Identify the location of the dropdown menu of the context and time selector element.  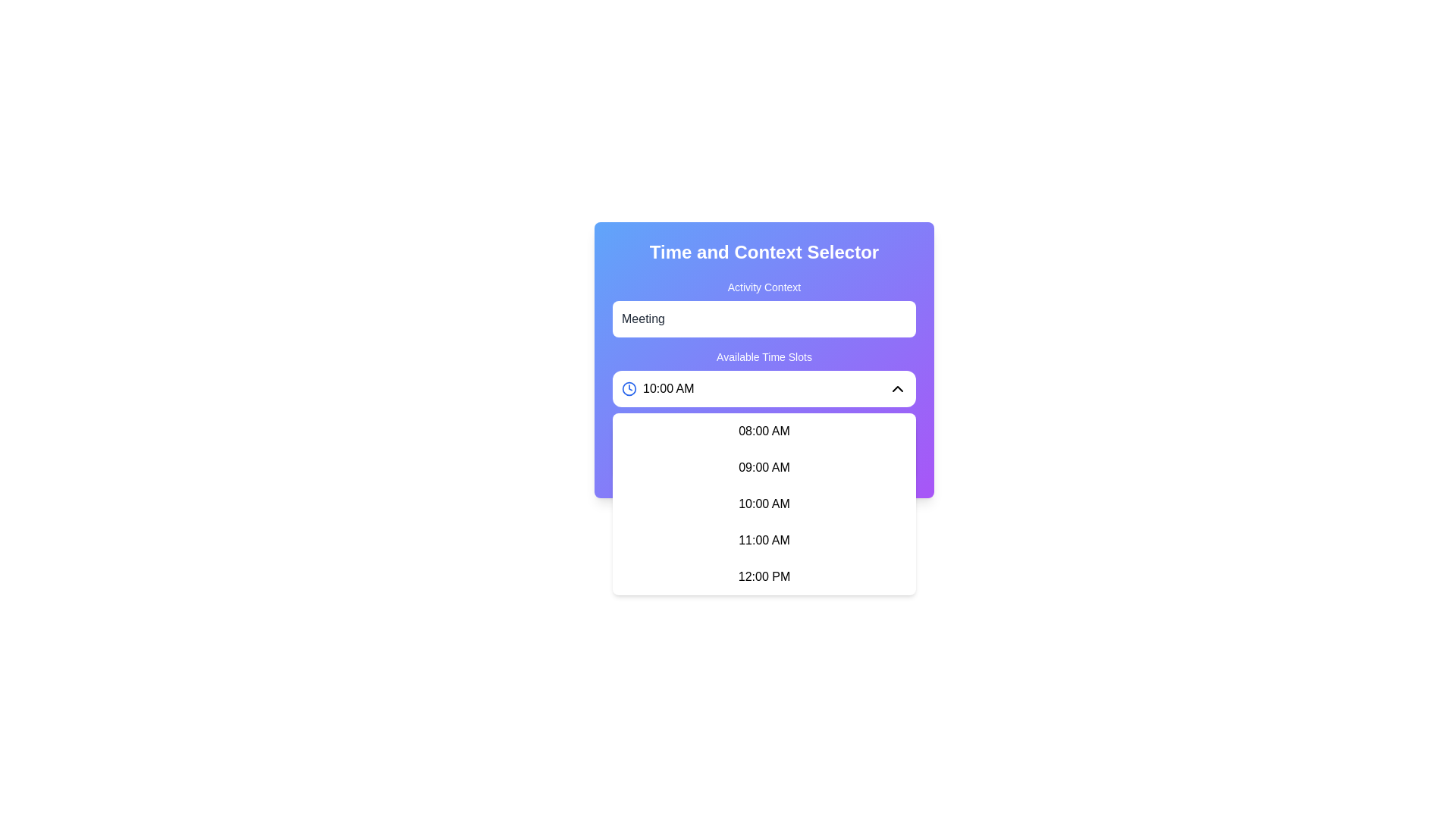
(764, 359).